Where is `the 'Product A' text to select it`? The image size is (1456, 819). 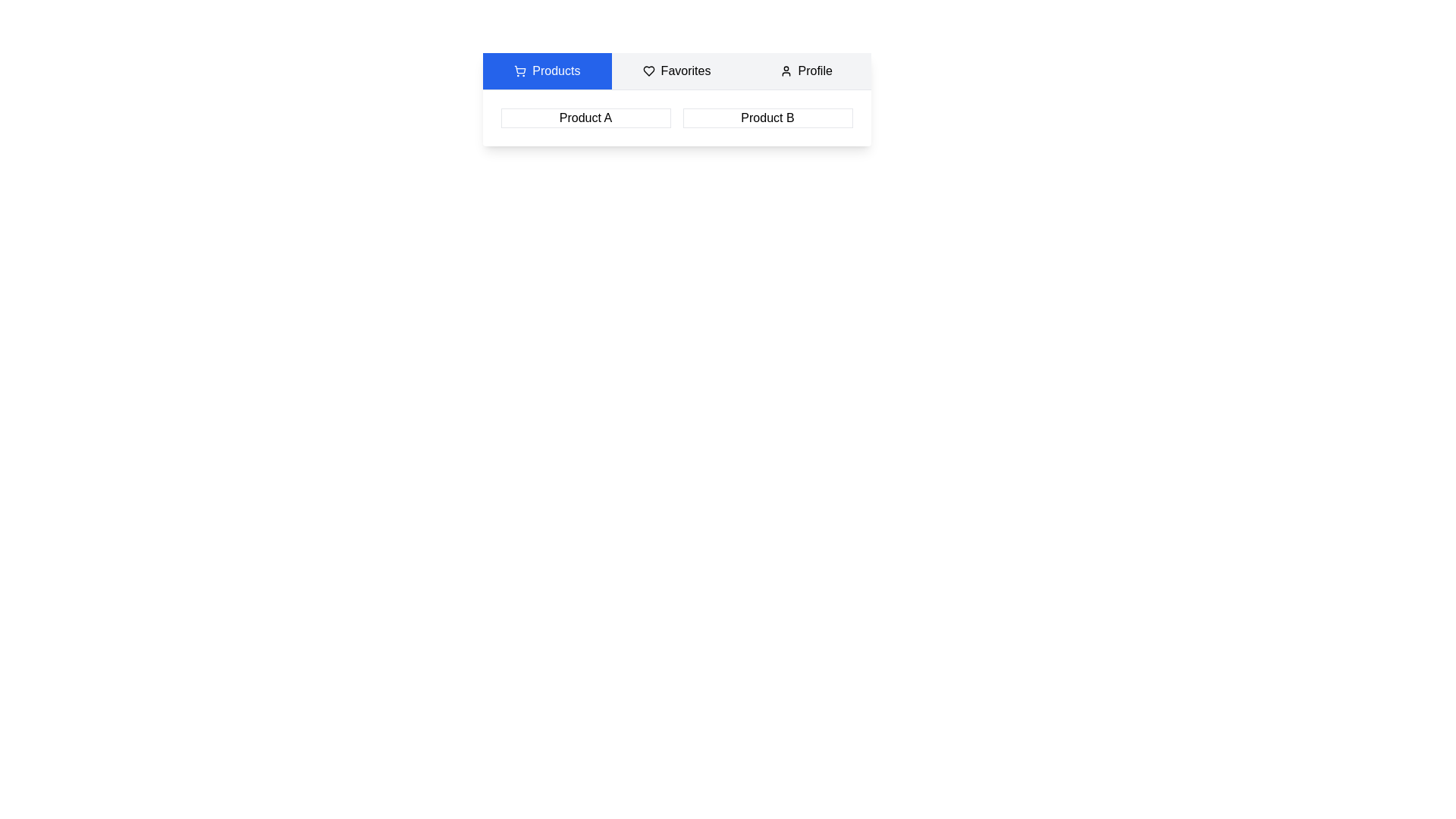
the 'Product A' text to select it is located at coordinates (585, 117).